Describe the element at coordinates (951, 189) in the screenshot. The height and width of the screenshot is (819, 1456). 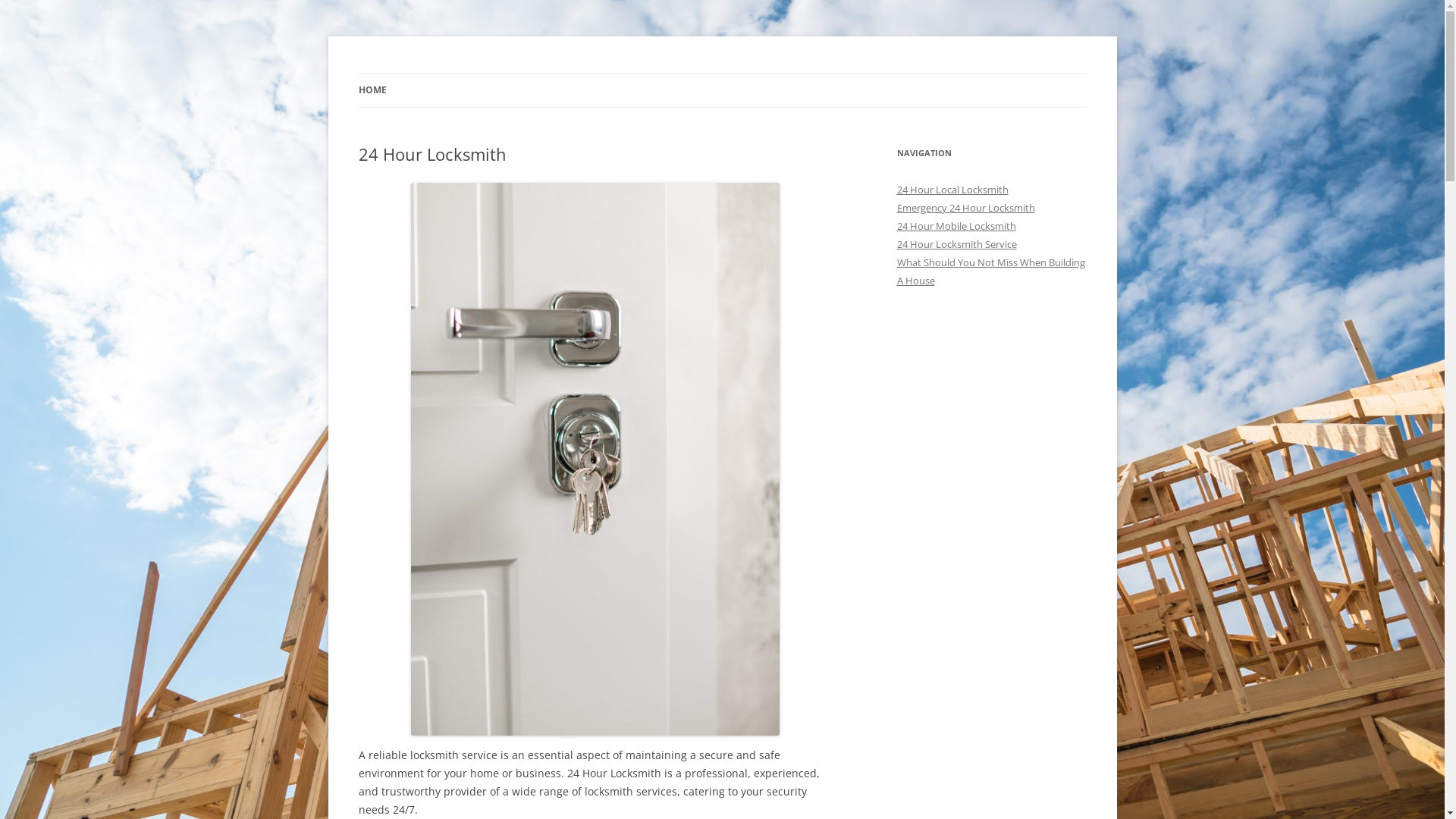
I see `'24 Hour Local Locksmith'` at that location.